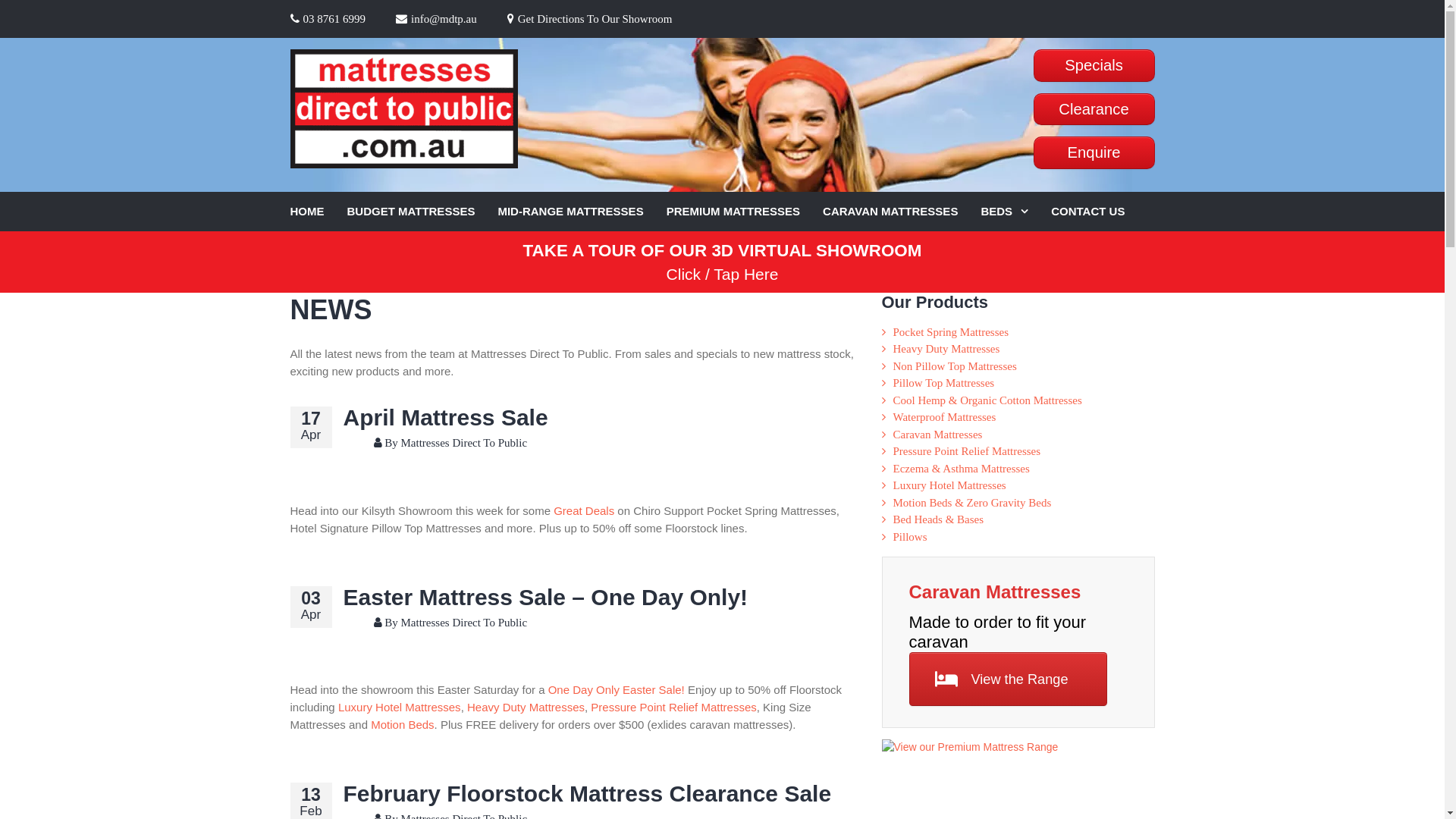 The width and height of the screenshot is (1456, 819). I want to click on 'Enquire', so click(1032, 152).